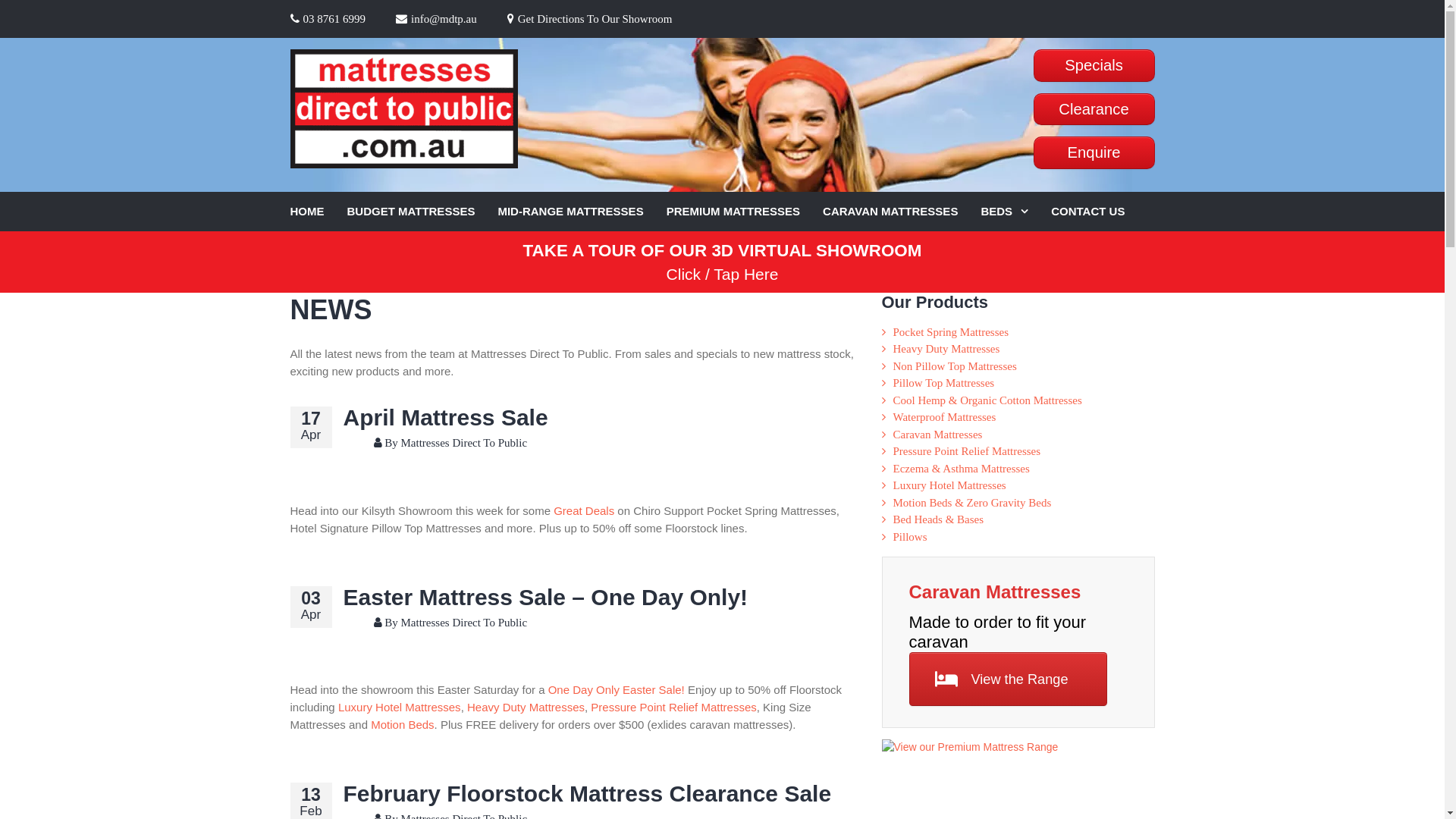 The width and height of the screenshot is (1456, 819). I want to click on 'Enquire', so click(1032, 152).